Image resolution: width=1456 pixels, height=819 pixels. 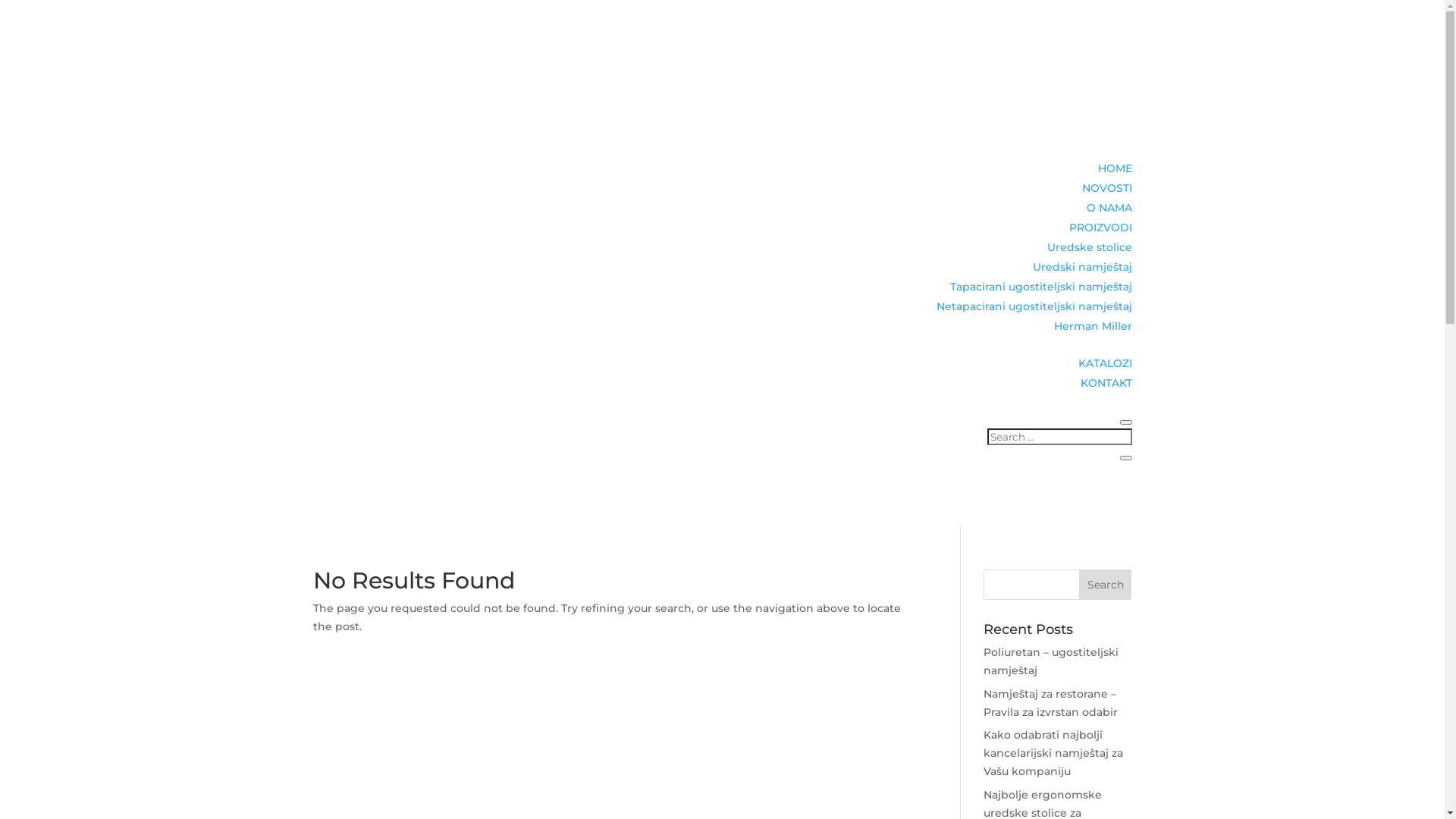 I want to click on 'Uredske stolice', so click(x=1046, y=246).